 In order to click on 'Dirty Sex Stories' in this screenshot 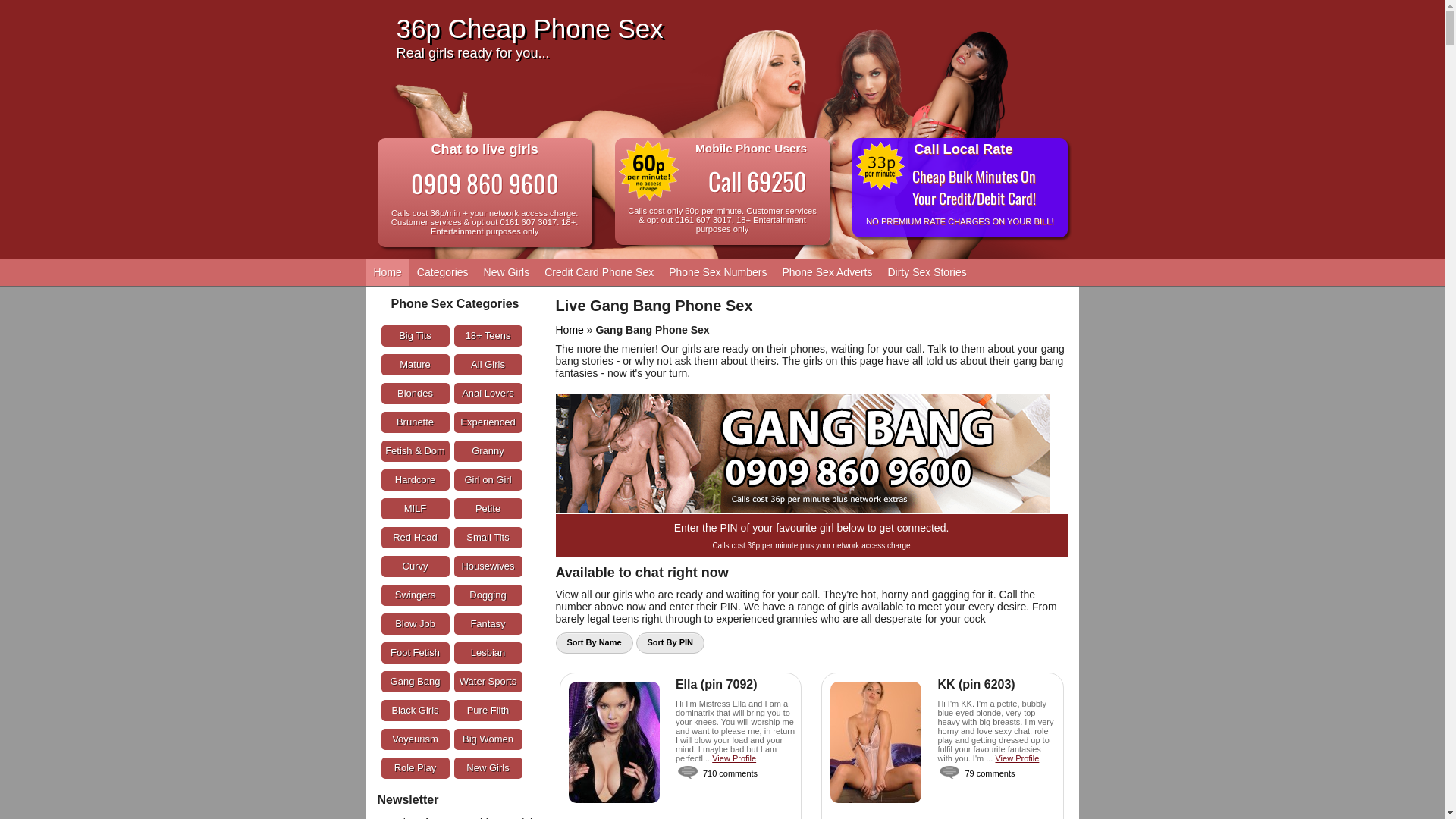, I will do `click(926, 271)`.